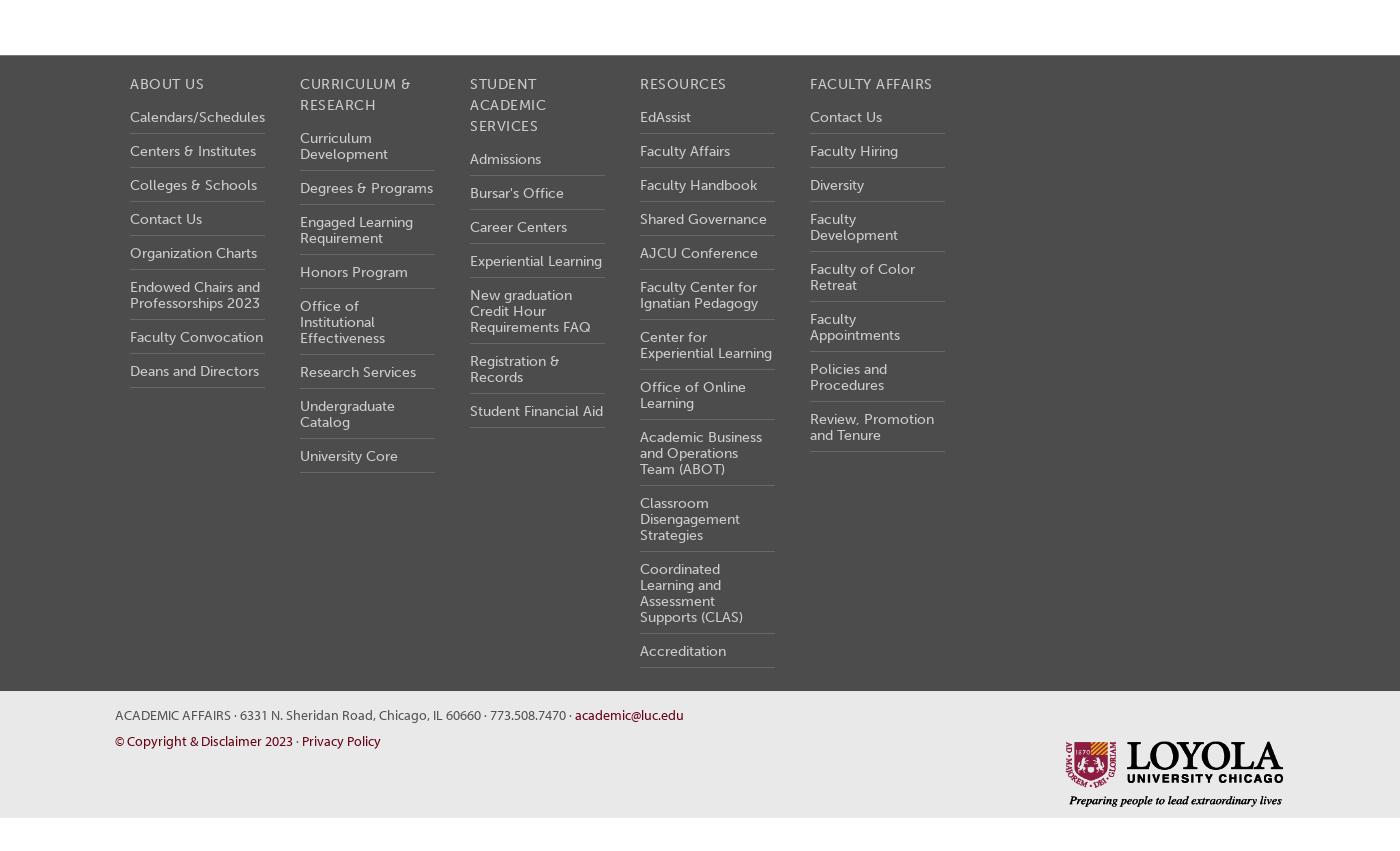 The image size is (1400, 851). I want to click on 'Chicago', so click(403, 712).